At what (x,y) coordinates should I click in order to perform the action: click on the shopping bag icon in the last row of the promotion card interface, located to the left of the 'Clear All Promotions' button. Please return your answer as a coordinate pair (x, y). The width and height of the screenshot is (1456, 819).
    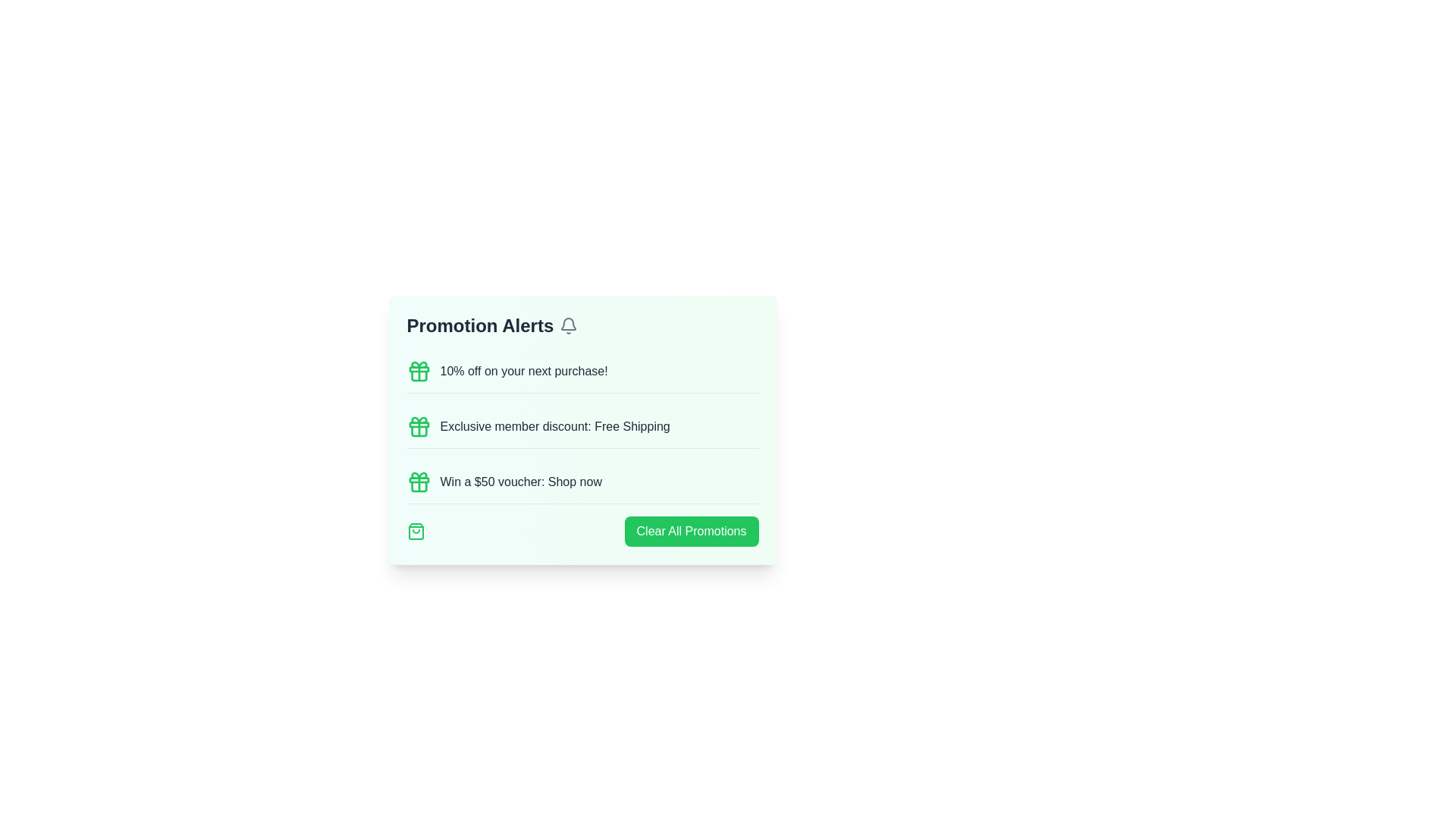
    Looking at the image, I should click on (416, 531).